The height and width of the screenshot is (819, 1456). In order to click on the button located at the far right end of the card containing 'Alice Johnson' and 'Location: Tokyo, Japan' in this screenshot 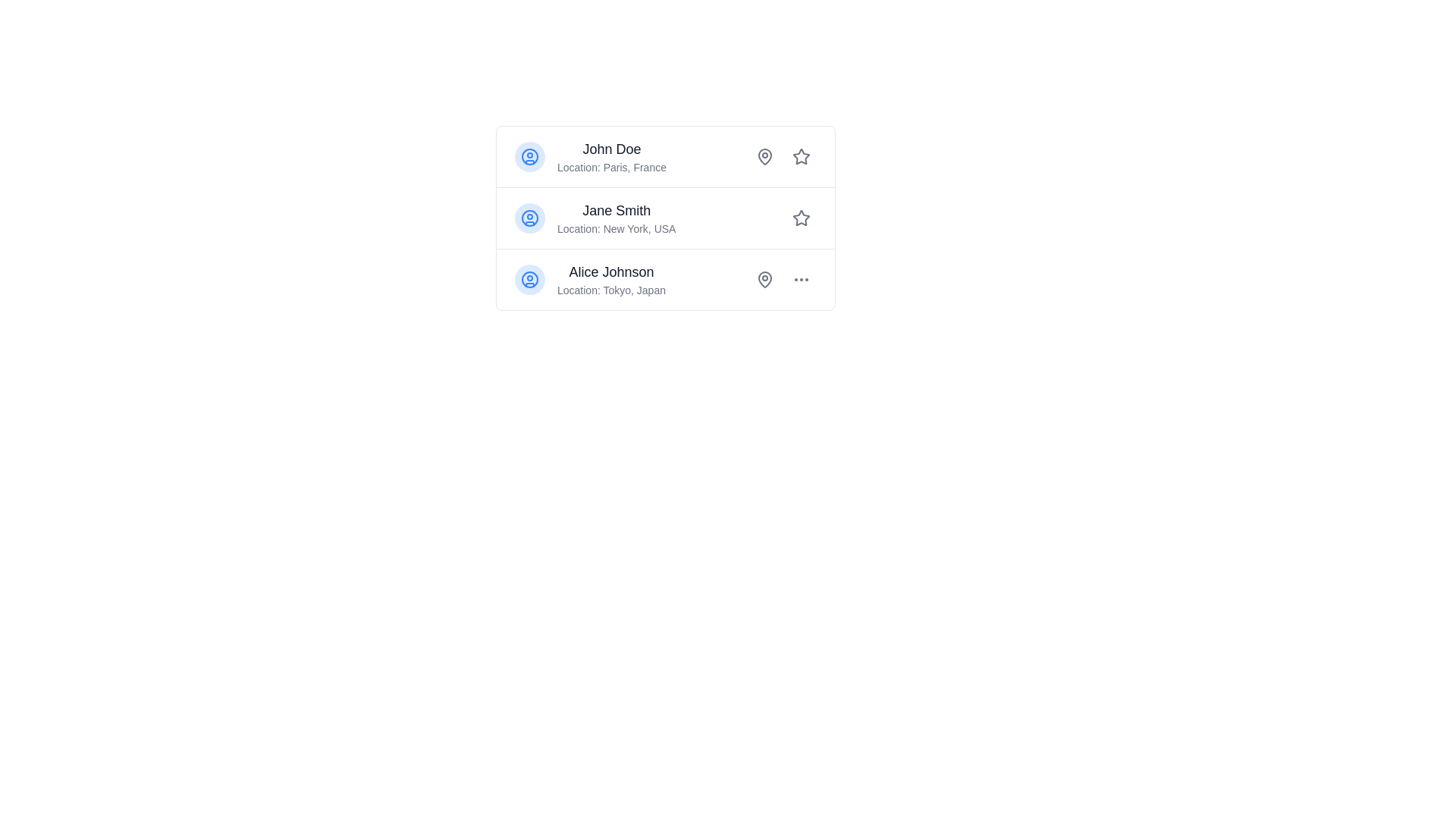, I will do `click(800, 280)`.